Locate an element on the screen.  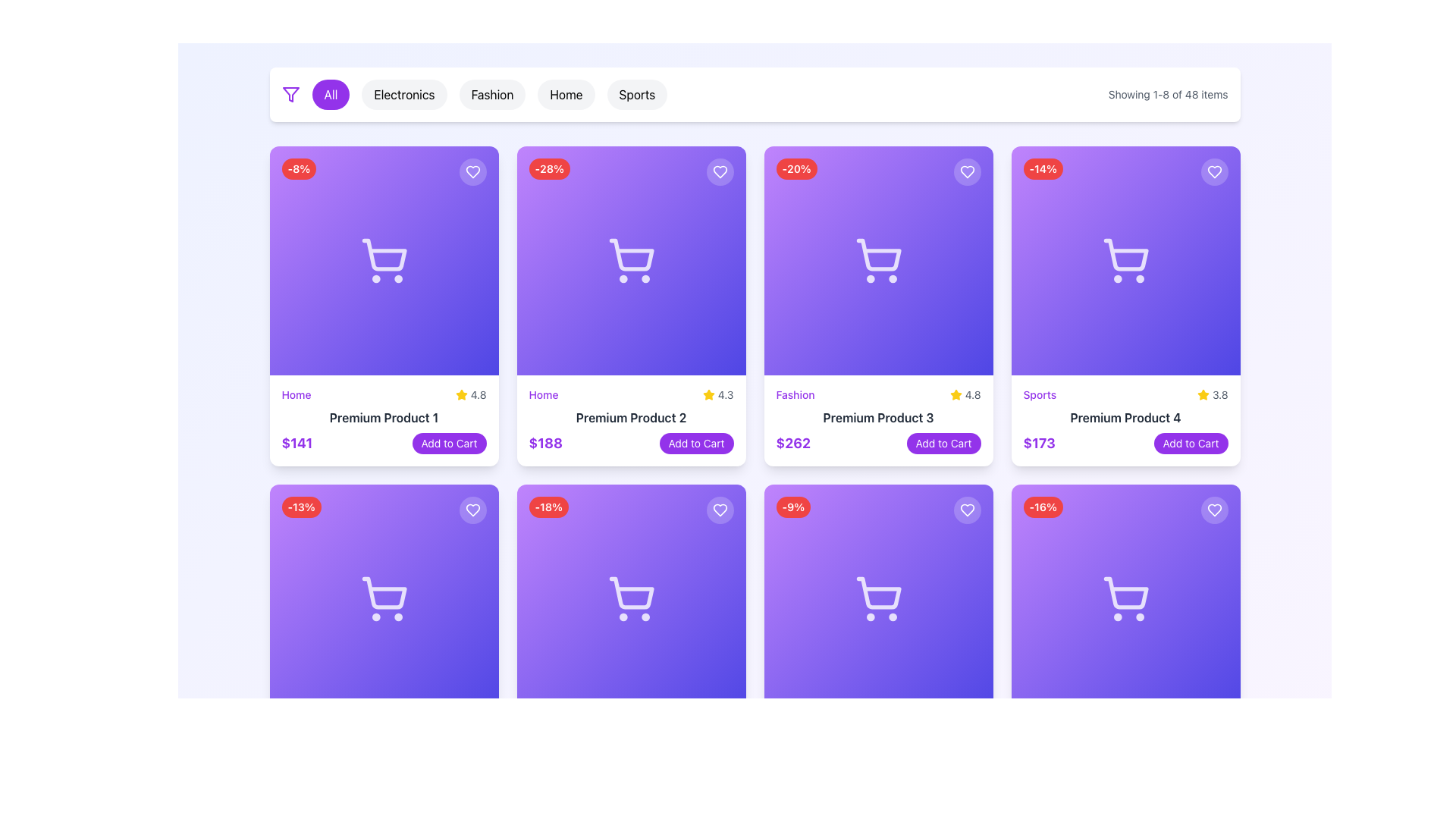
the Text Label that serves as the title or name of a product, located in the third column of the top row in a grid layout, within a card component is located at coordinates (878, 418).